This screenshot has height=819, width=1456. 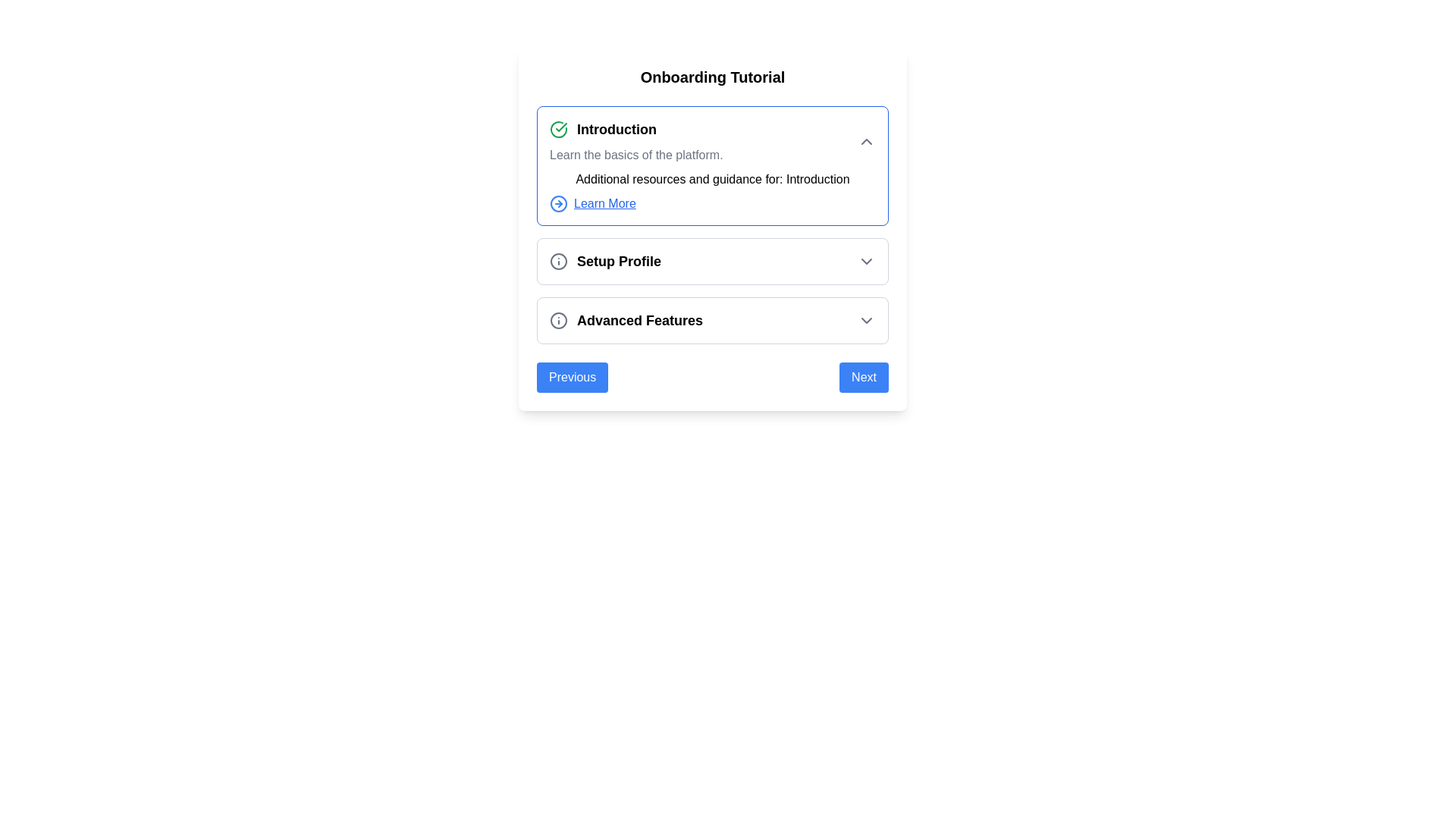 I want to click on the 'Advanced Features' text label, which is styled in bold and large font and serves as a heading in the modal layout, positioned next to an information icon, so click(x=640, y=320).